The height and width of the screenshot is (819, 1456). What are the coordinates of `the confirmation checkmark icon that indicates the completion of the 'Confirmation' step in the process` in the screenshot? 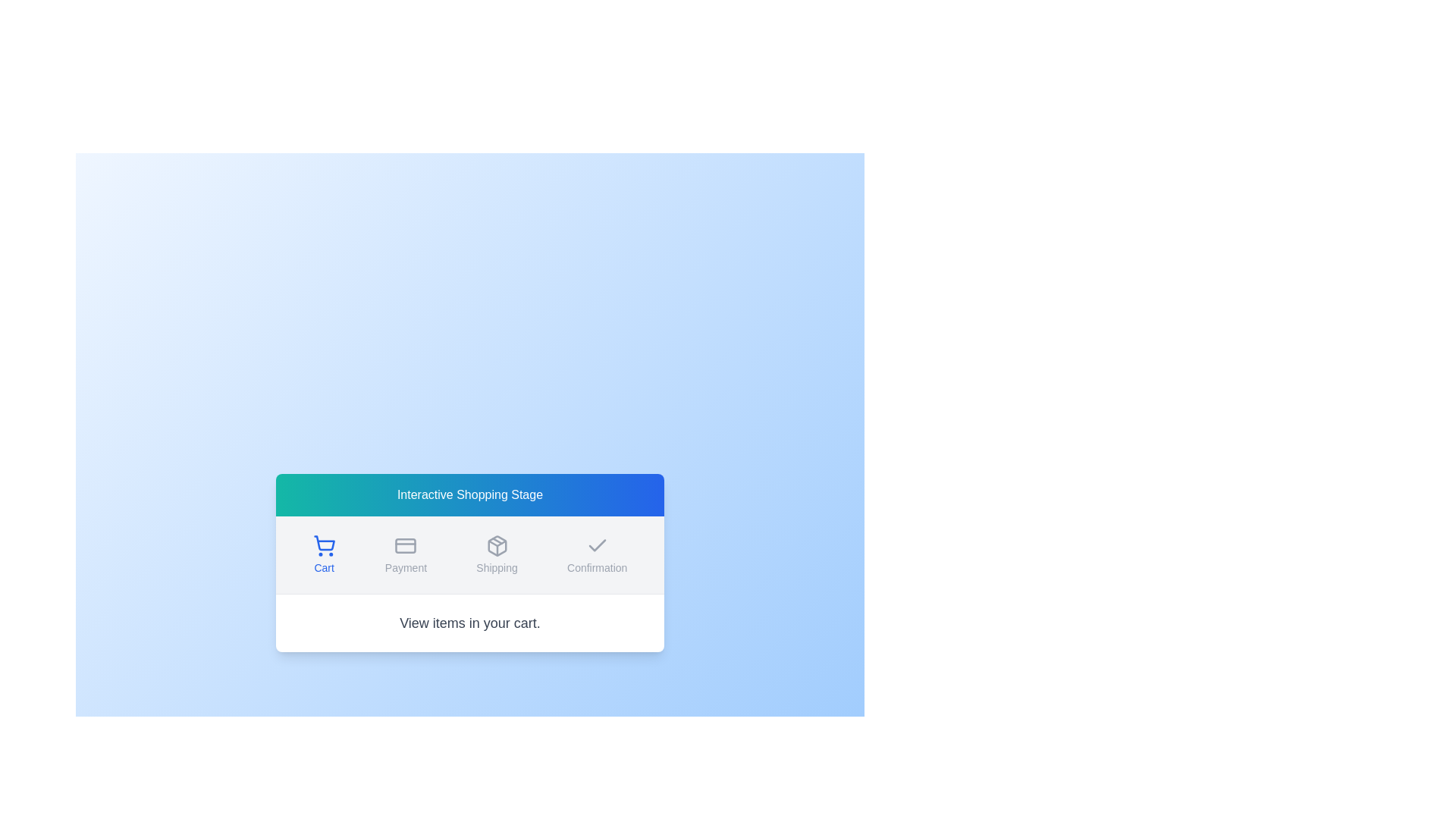 It's located at (596, 544).